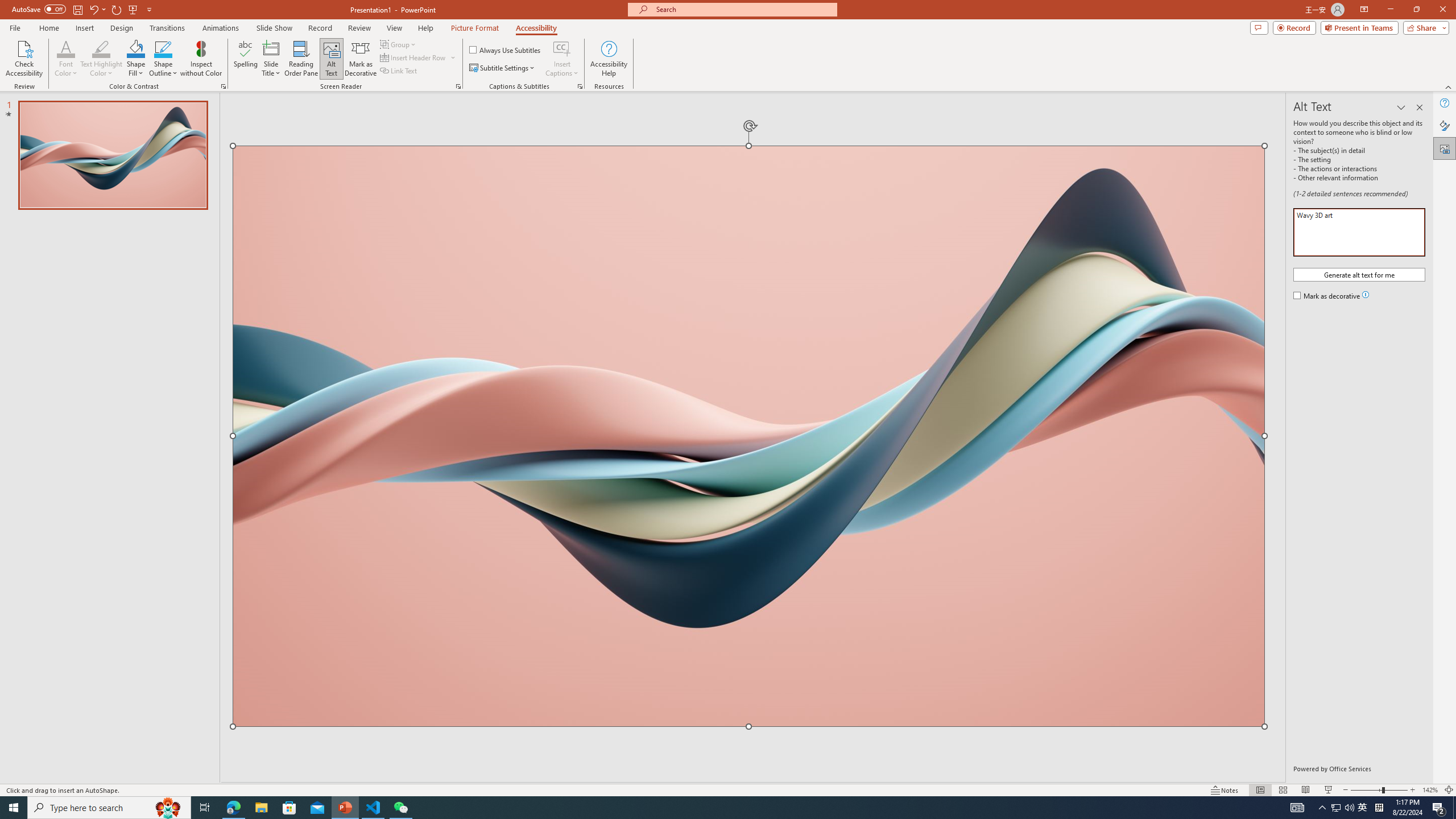 The image size is (1456, 819). Describe the element at coordinates (458, 85) in the screenshot. I see `'Screen Reader'` at that location.